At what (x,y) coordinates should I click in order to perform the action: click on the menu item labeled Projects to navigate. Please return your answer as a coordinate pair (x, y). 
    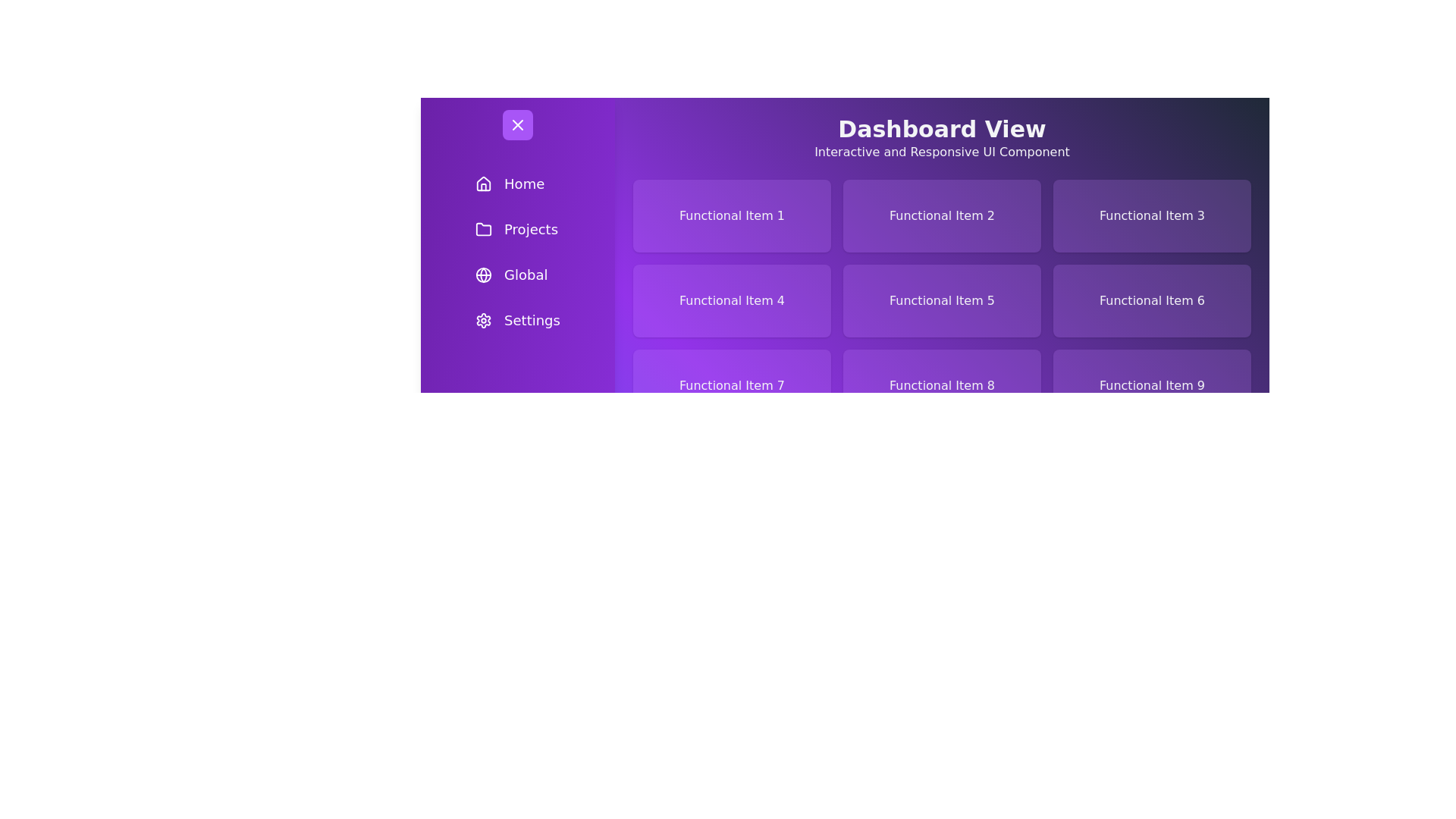
    Looking at the image, I should click on (517, 230).